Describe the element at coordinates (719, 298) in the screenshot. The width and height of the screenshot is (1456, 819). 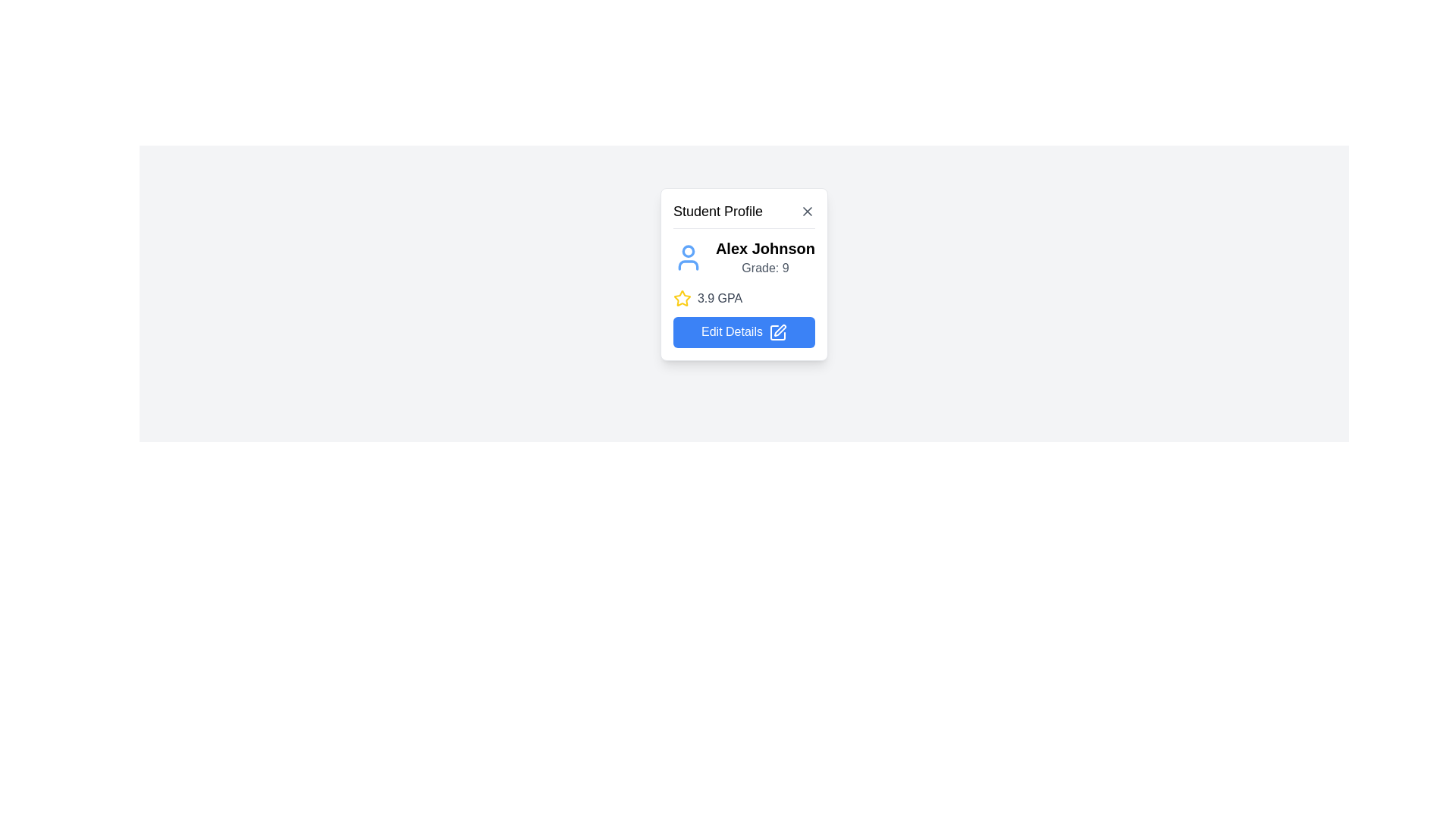
I see `the Text Label displaying '3.9 GPA', which is positioned in the 'Student Profile' card, to the right of a yellow star icon` at that location.